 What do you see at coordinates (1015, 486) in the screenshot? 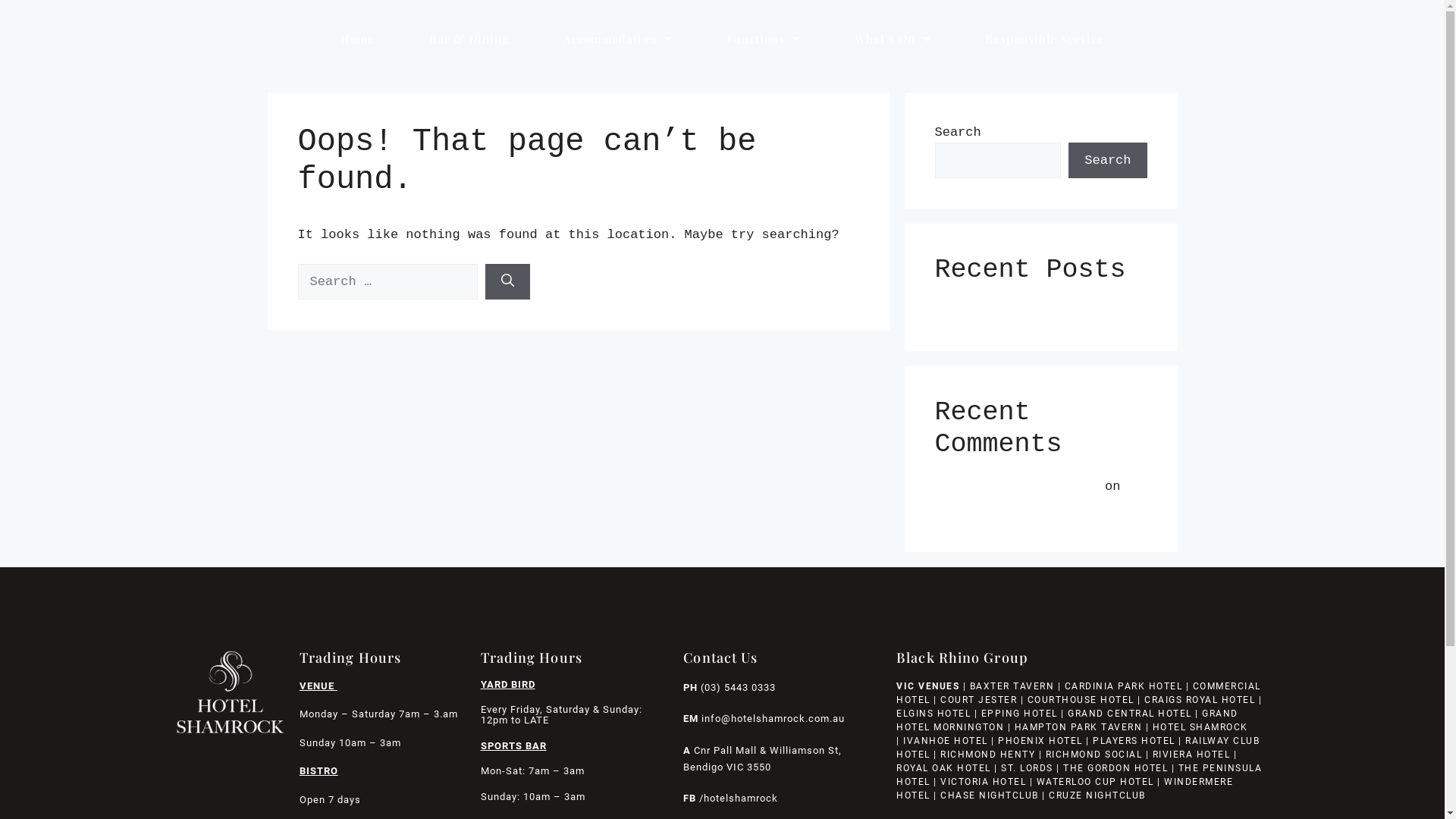
I see `'A WordPress Commenter'` at bounding box center [1015, 486].